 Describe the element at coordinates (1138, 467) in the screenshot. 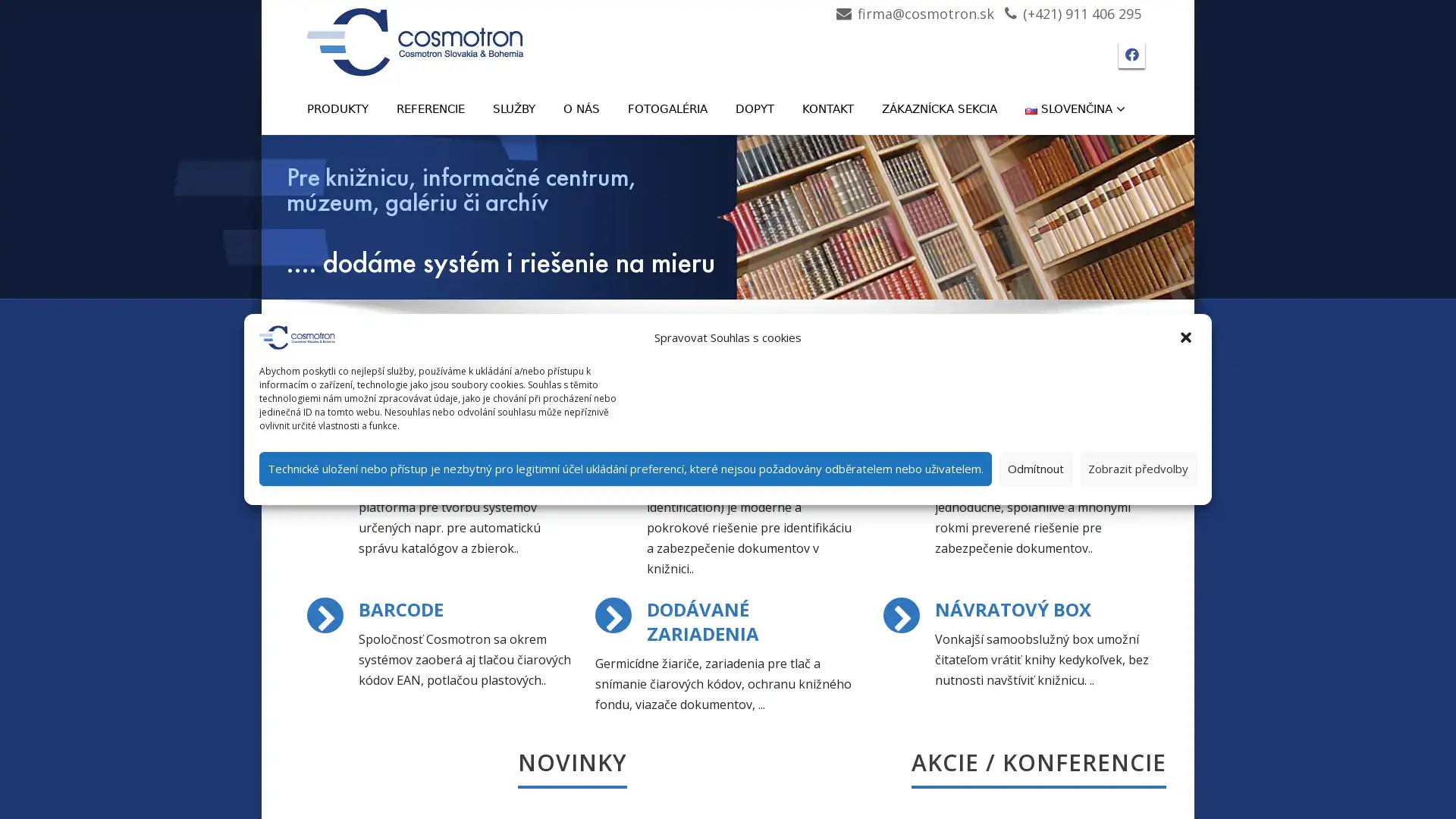

I see `Zobrazit predvolby` at that location.